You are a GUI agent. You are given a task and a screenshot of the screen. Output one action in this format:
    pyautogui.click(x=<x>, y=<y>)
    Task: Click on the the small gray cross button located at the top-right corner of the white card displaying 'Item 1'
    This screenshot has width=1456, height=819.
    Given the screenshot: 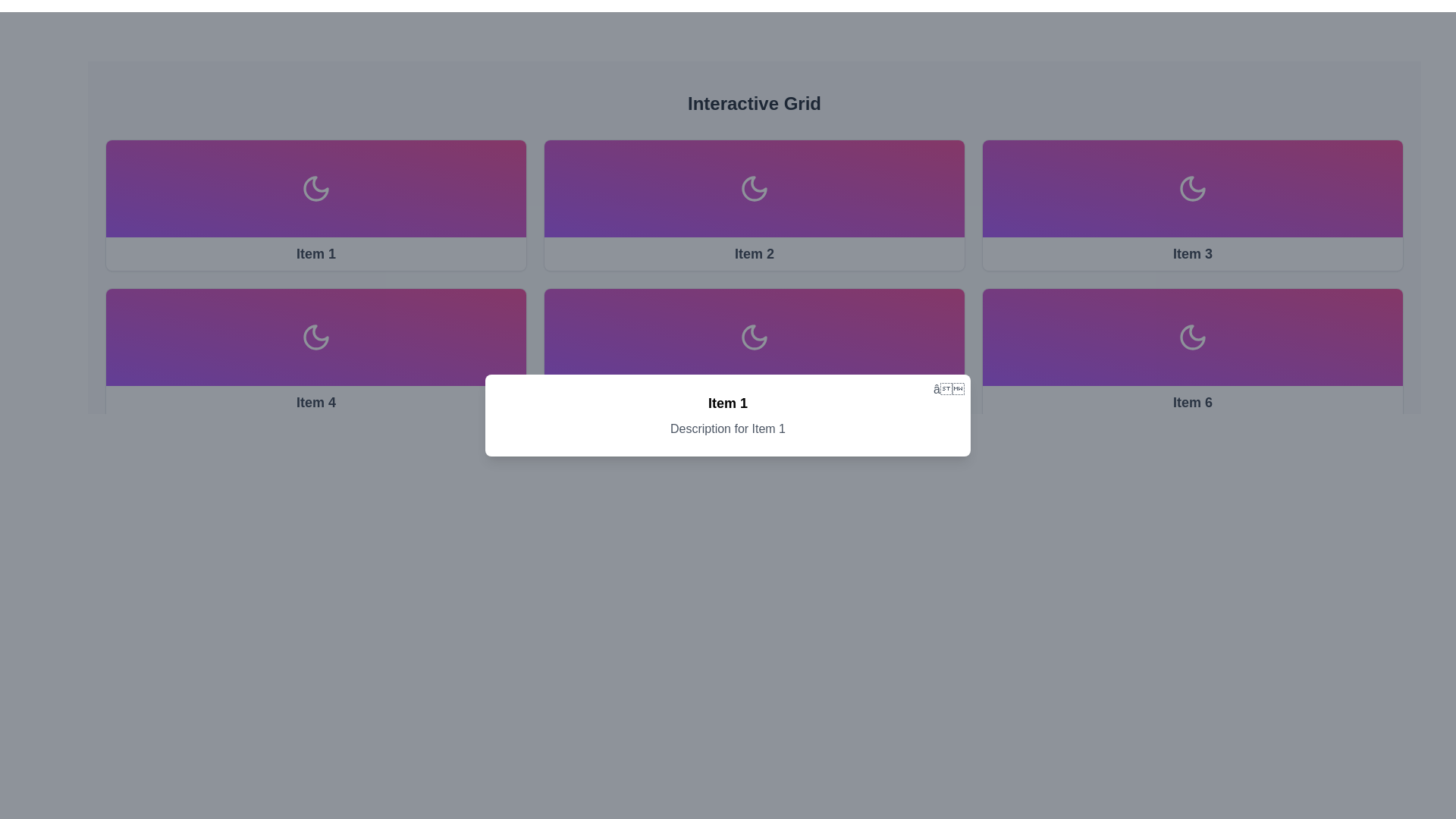 What is the action you would take?
    pyautogui.click(x=948, y=388)
    